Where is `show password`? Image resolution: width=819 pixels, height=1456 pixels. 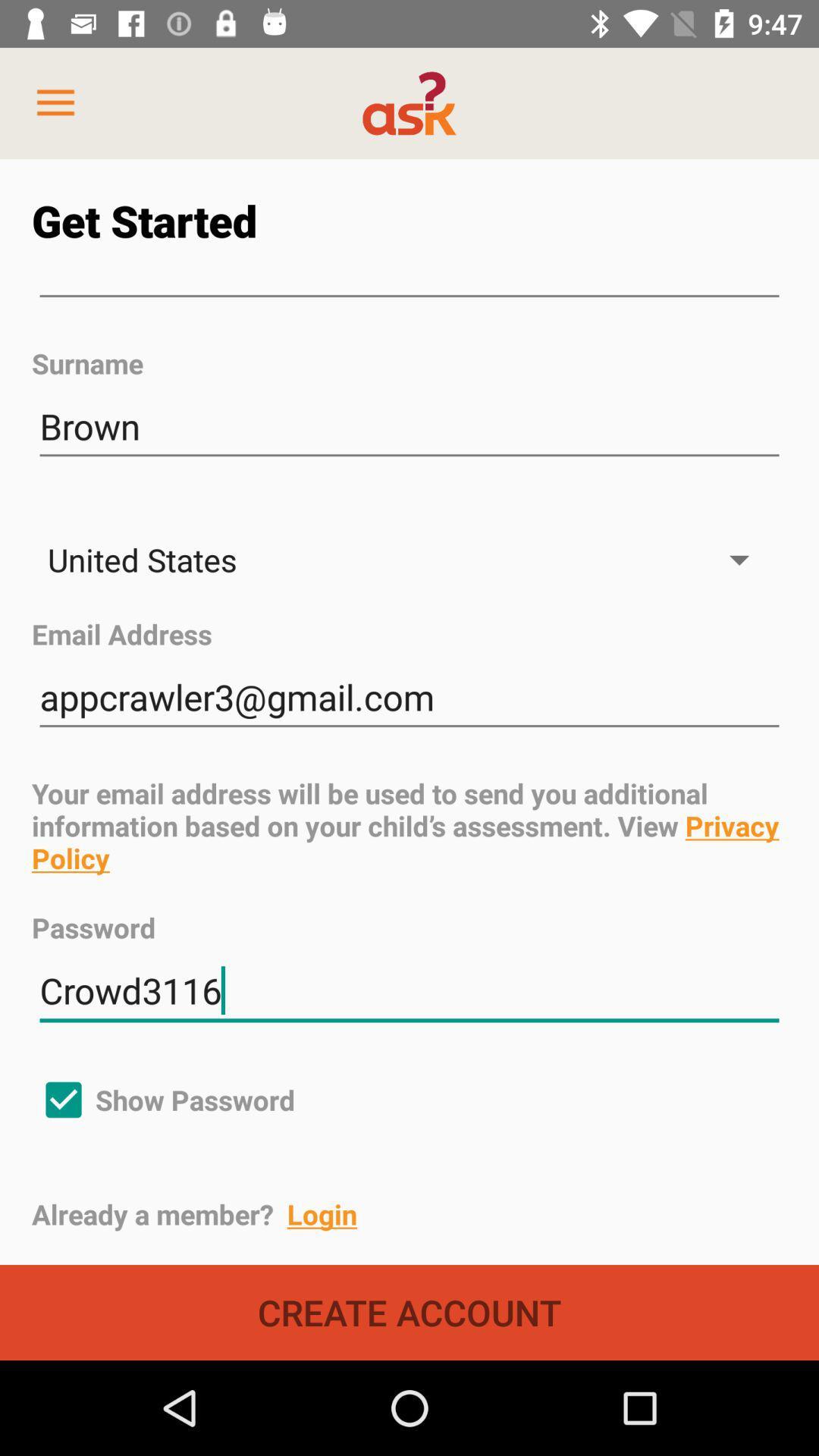 show password is located at coordinates (163, 1100).